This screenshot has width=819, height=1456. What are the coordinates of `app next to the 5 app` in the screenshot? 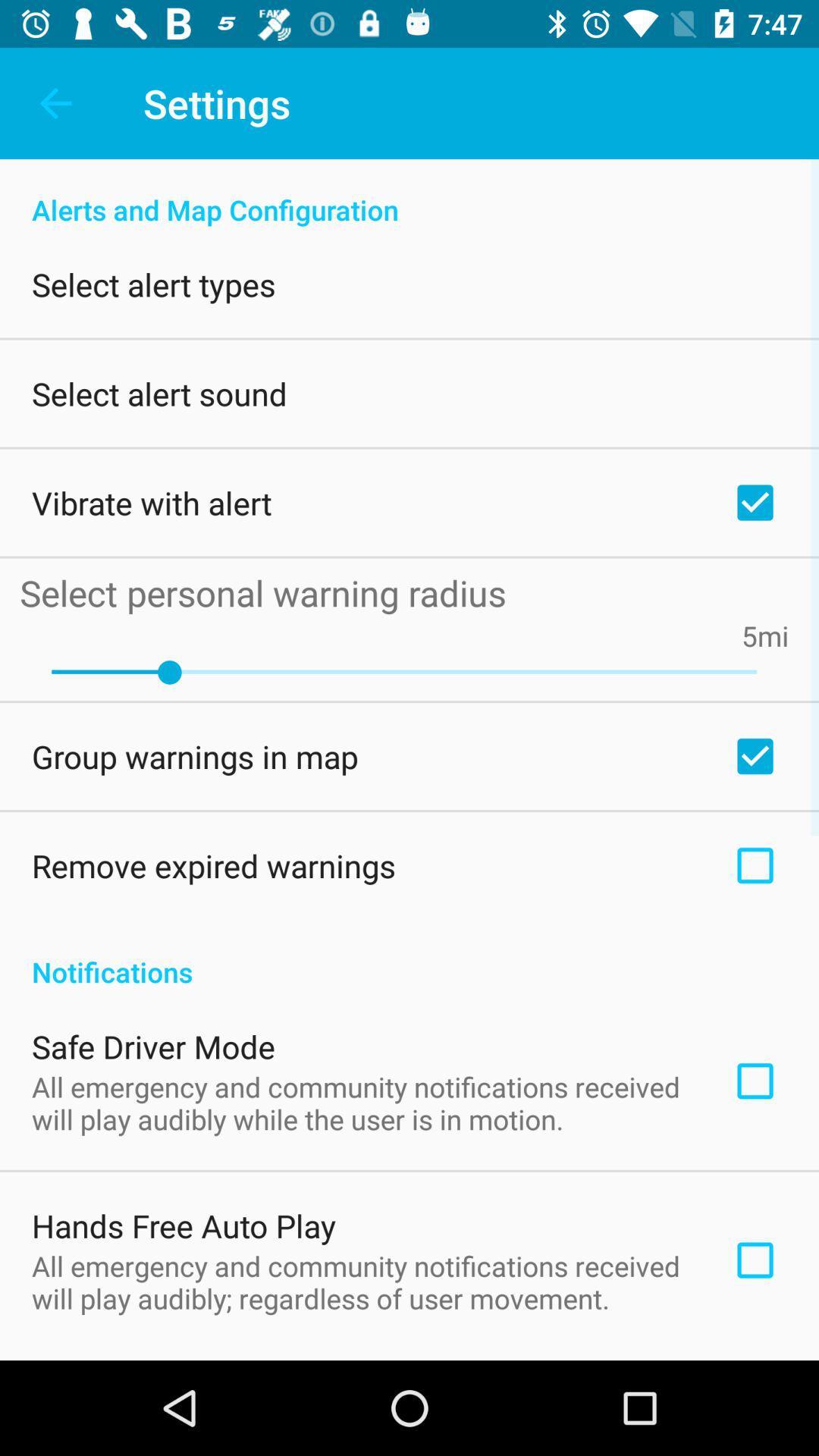 It's located at (773, 635).